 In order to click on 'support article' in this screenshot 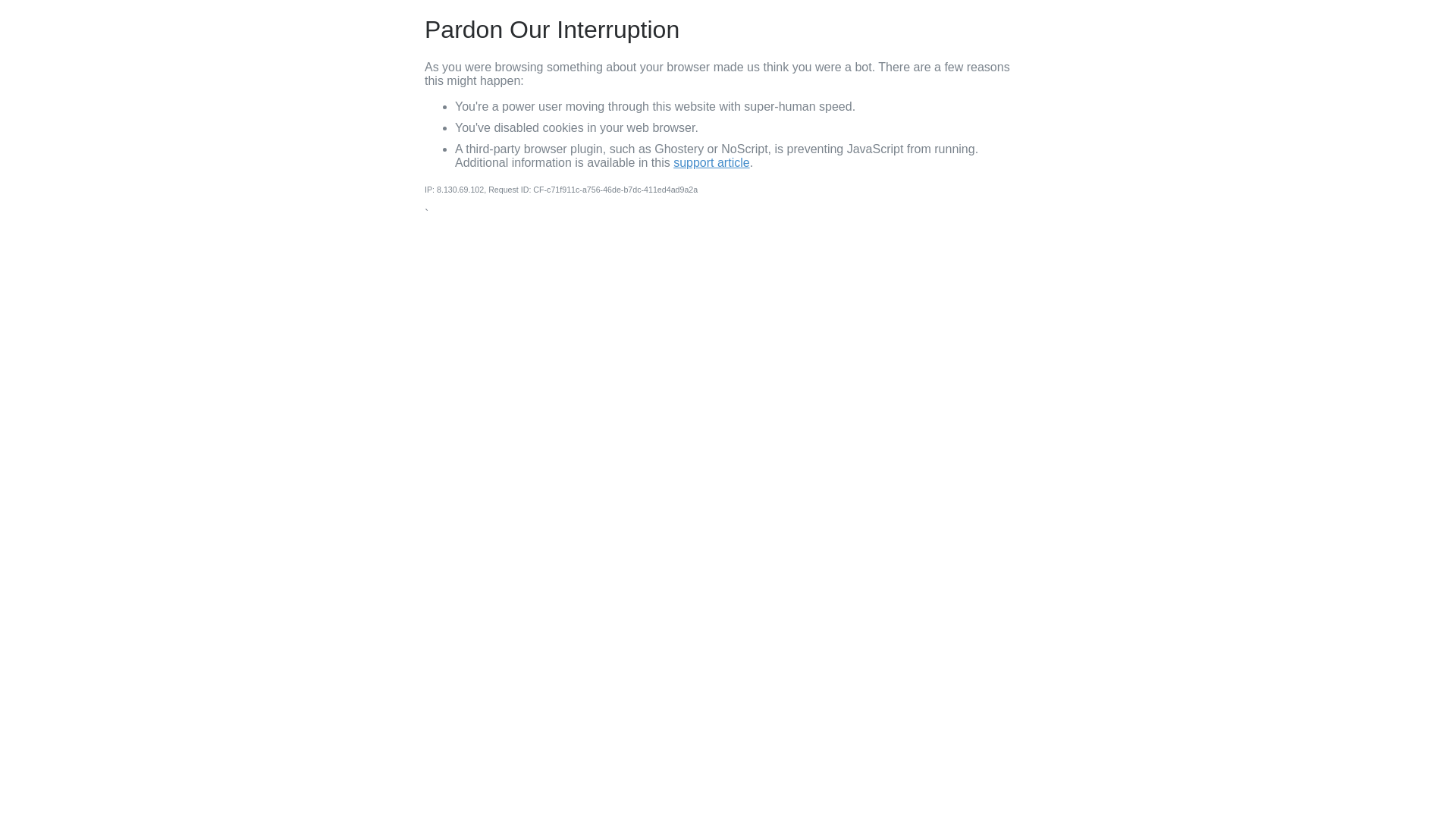, I will do `click(711, 162)`.